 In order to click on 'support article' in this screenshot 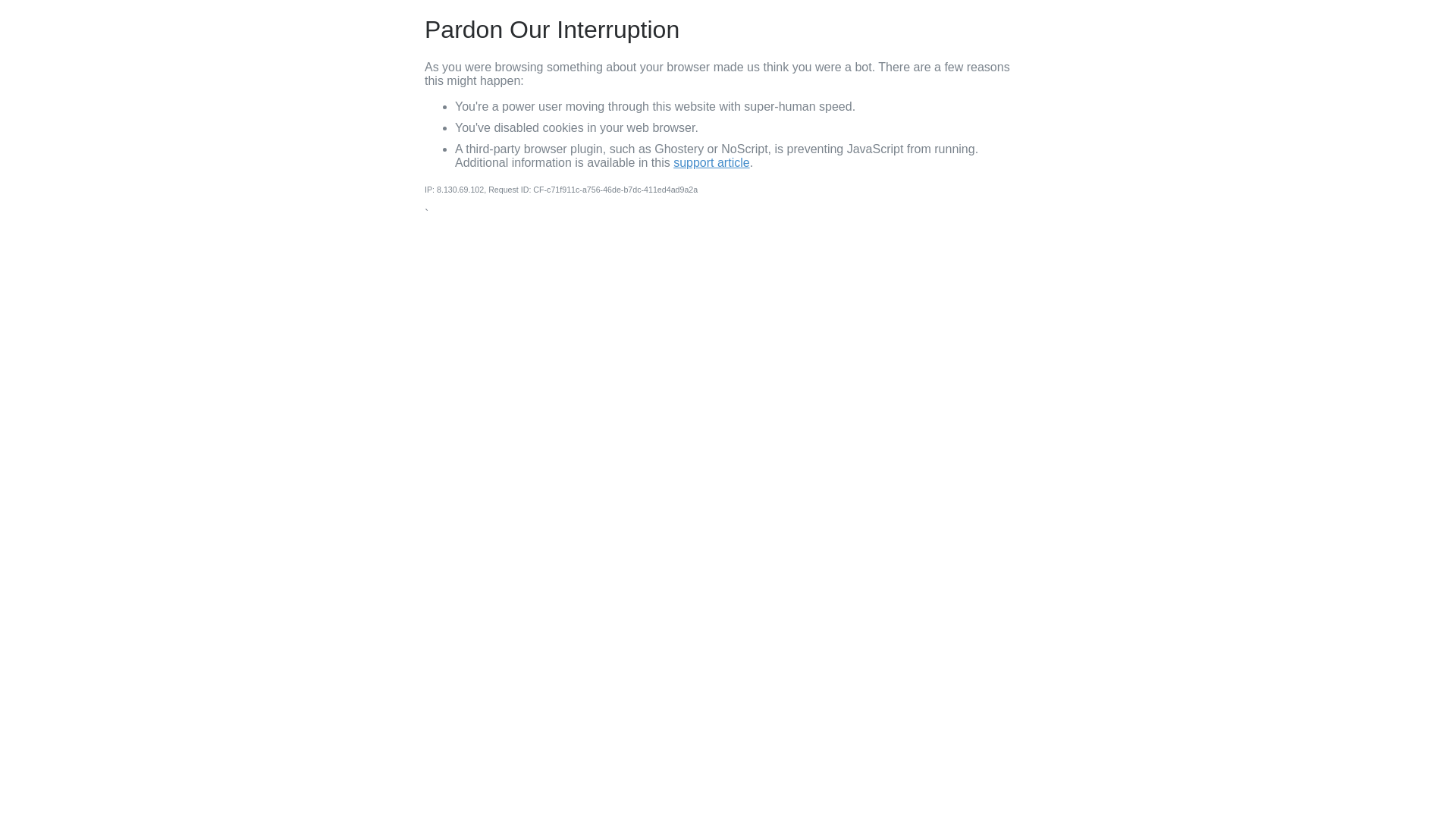, I will do `click(711, 162)`.